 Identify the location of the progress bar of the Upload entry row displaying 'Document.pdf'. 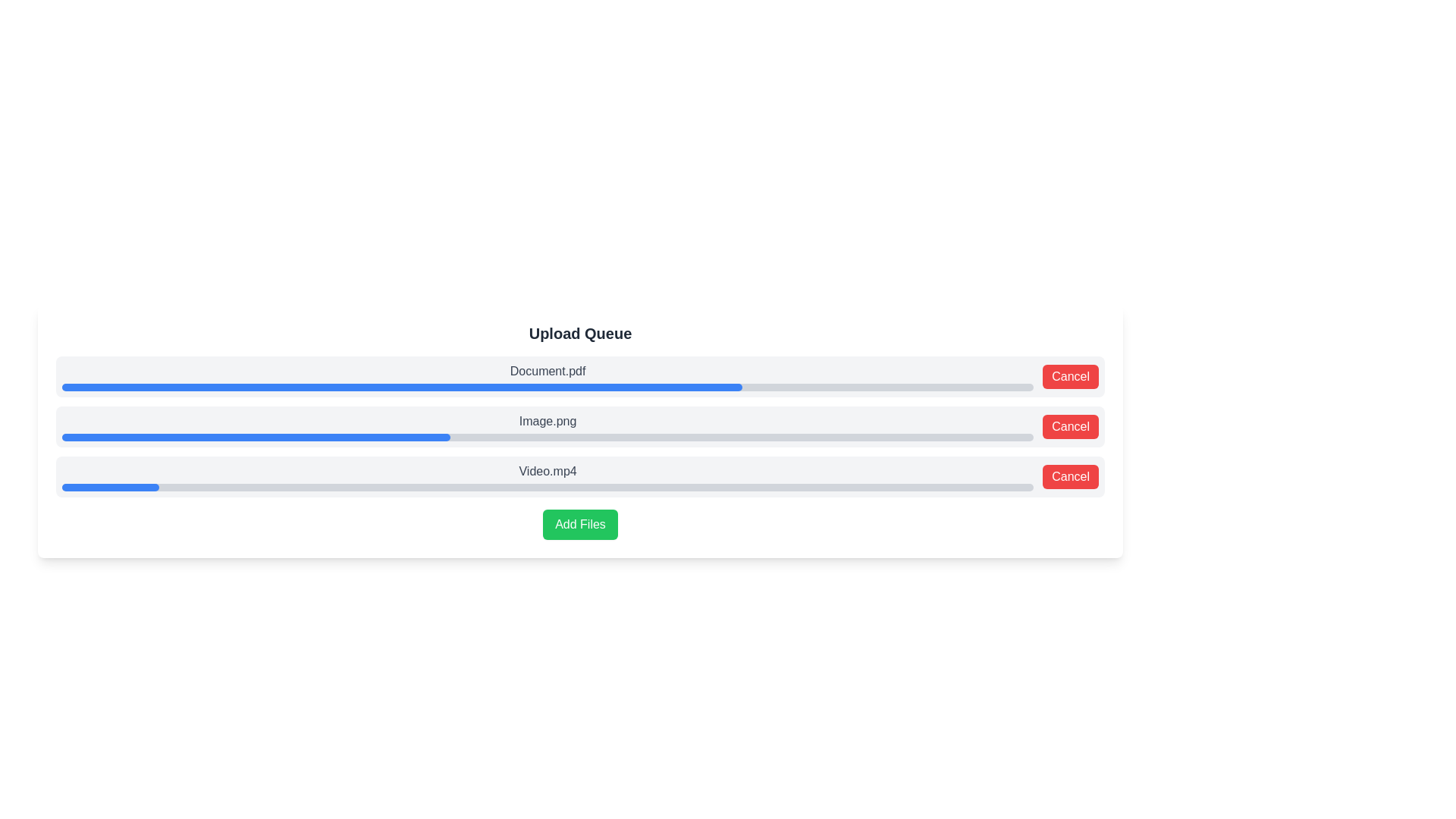
(579, 376).